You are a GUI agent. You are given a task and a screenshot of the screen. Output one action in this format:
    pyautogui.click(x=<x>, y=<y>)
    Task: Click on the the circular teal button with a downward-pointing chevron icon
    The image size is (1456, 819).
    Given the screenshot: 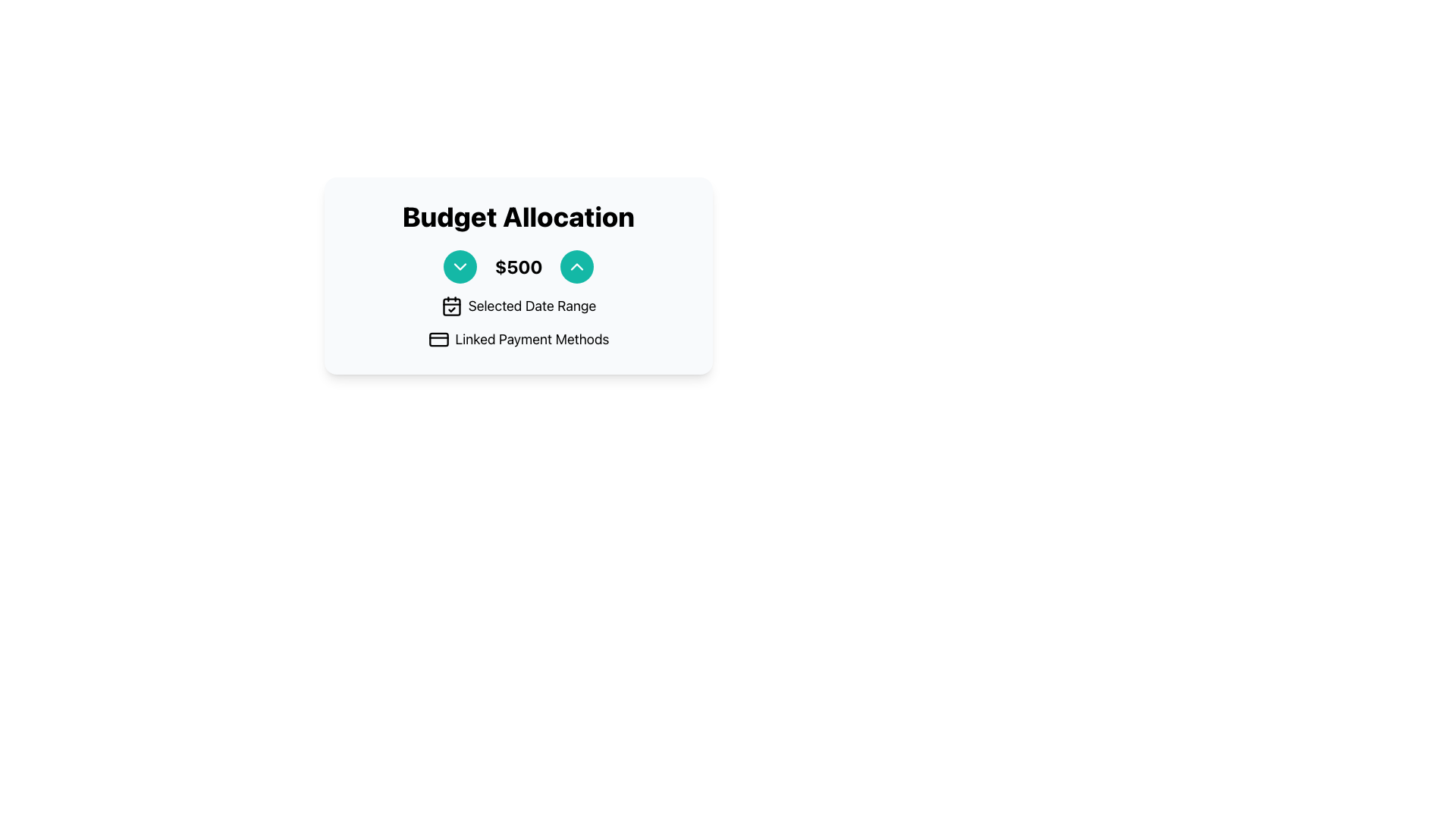 What is the action you would take?
    pyautogui.click(x=459, y=265)
    